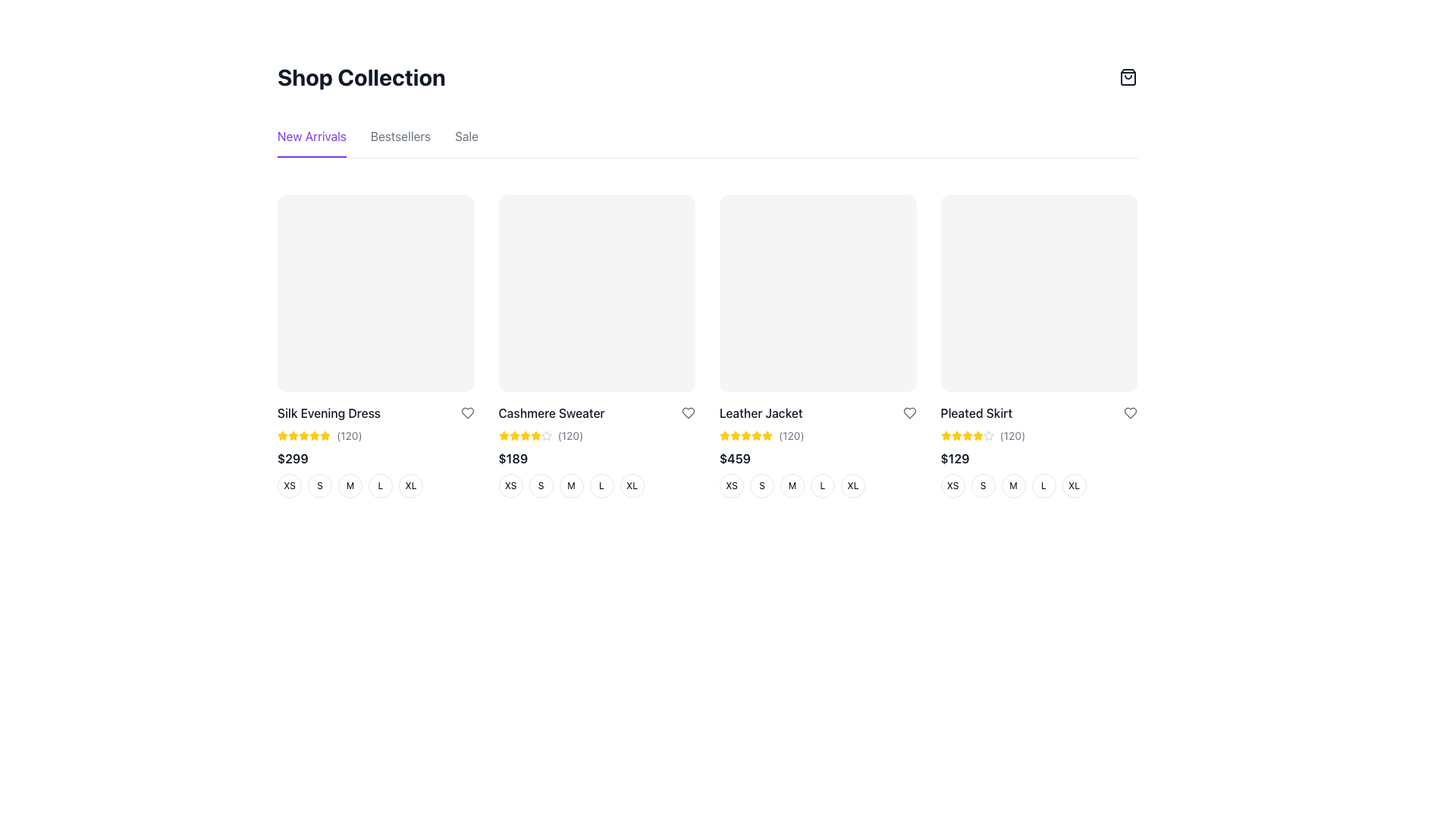  What do you see at coordinates (596, 435) in the screenshot?
I see `the stars in the Rating with stats display located beneath the 'Cashmere Sweater' product name and above the price '$189.'` at bounding box center [596, 435].